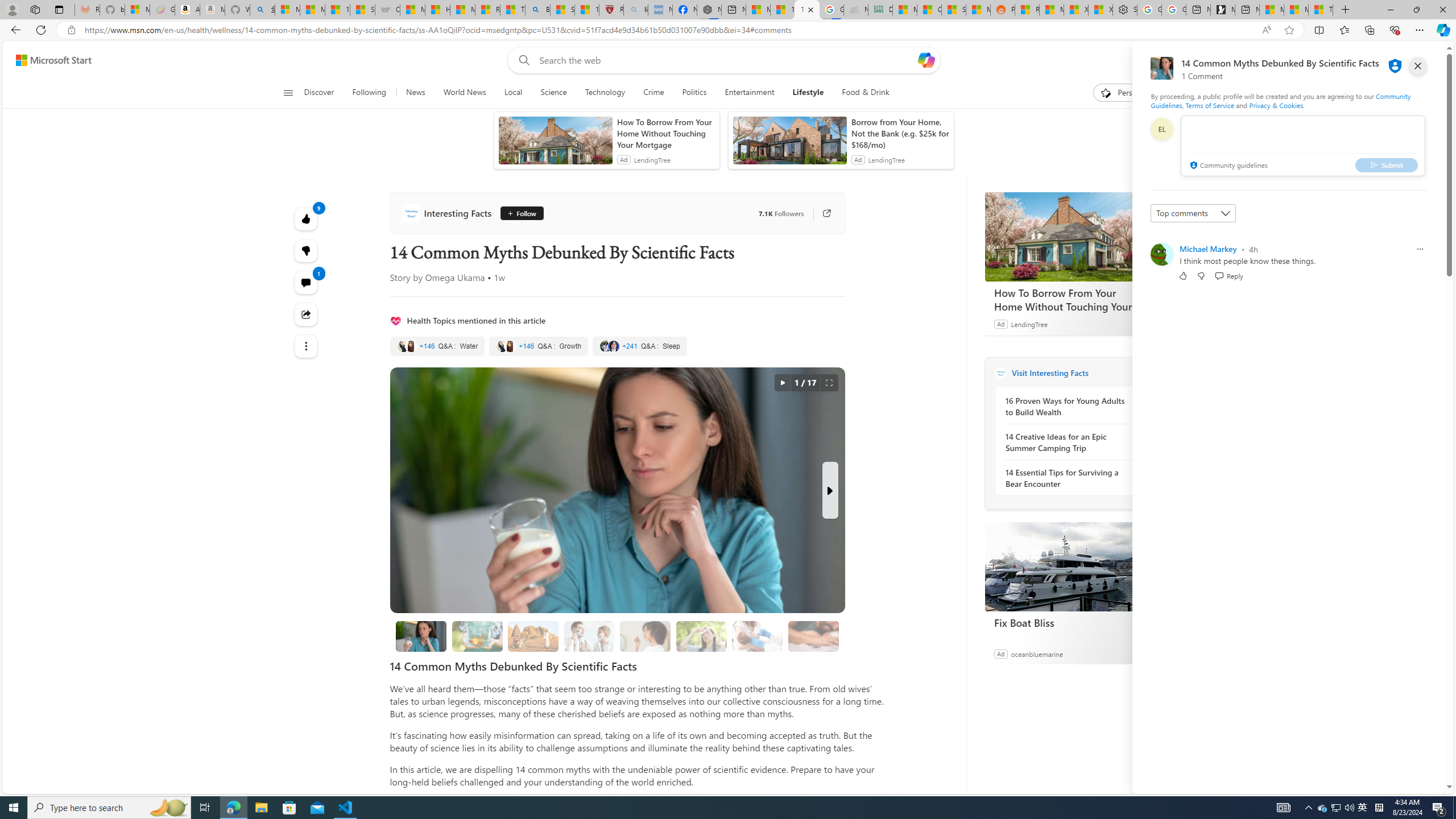 The width and height of the screenshot is (1456, 819). What do you see at coordinates (1319, 9) in the screenshot?
I see `'These 3 Stocks Pay You More Than 5% to Own Them'` at bounding box center [1319, 9].